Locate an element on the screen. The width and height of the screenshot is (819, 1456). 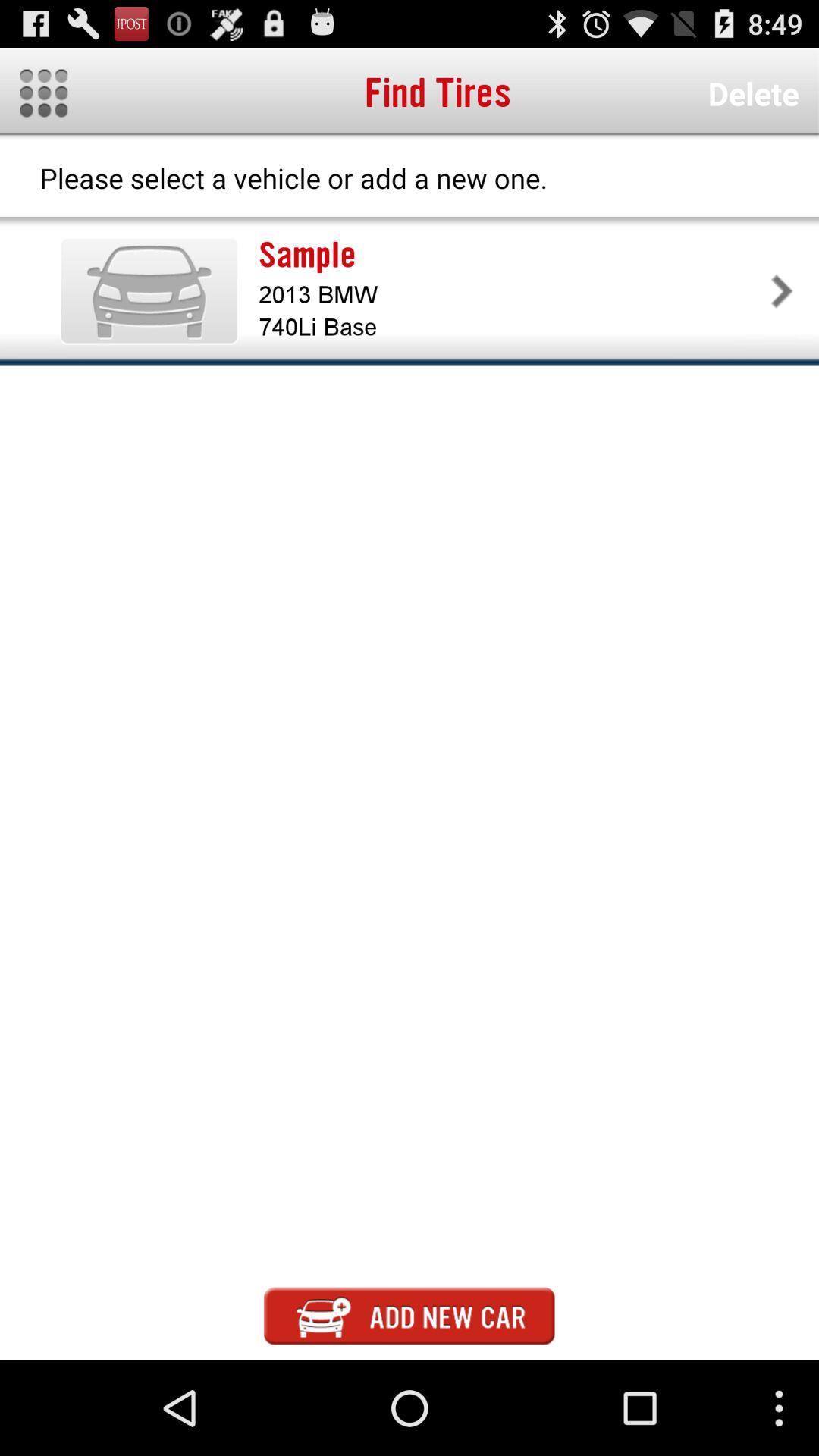
item next to the sample icon is located at coordinates (149, 290).